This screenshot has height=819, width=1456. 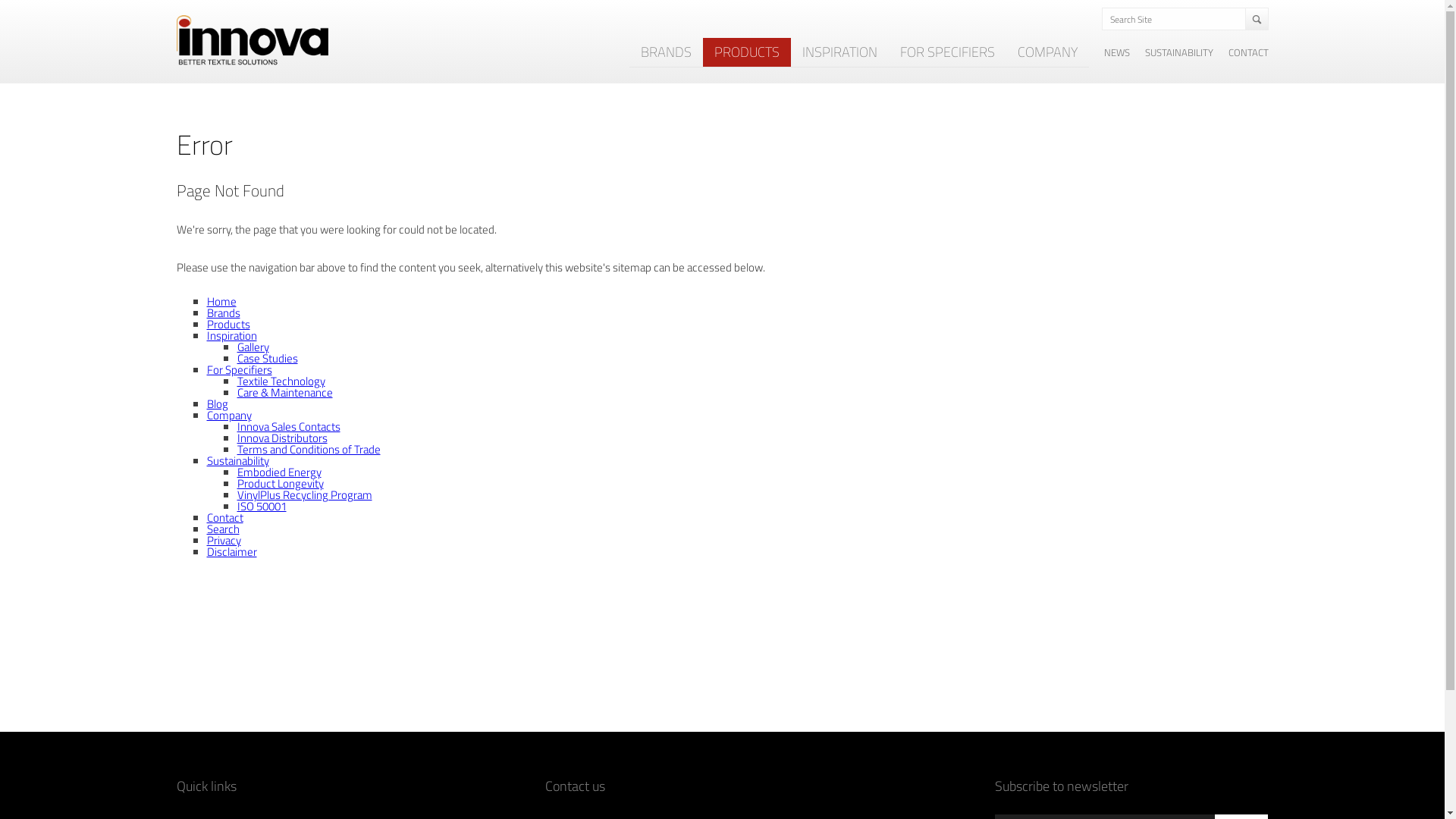 I want to click on 'Search', so click(x=221, y=528).